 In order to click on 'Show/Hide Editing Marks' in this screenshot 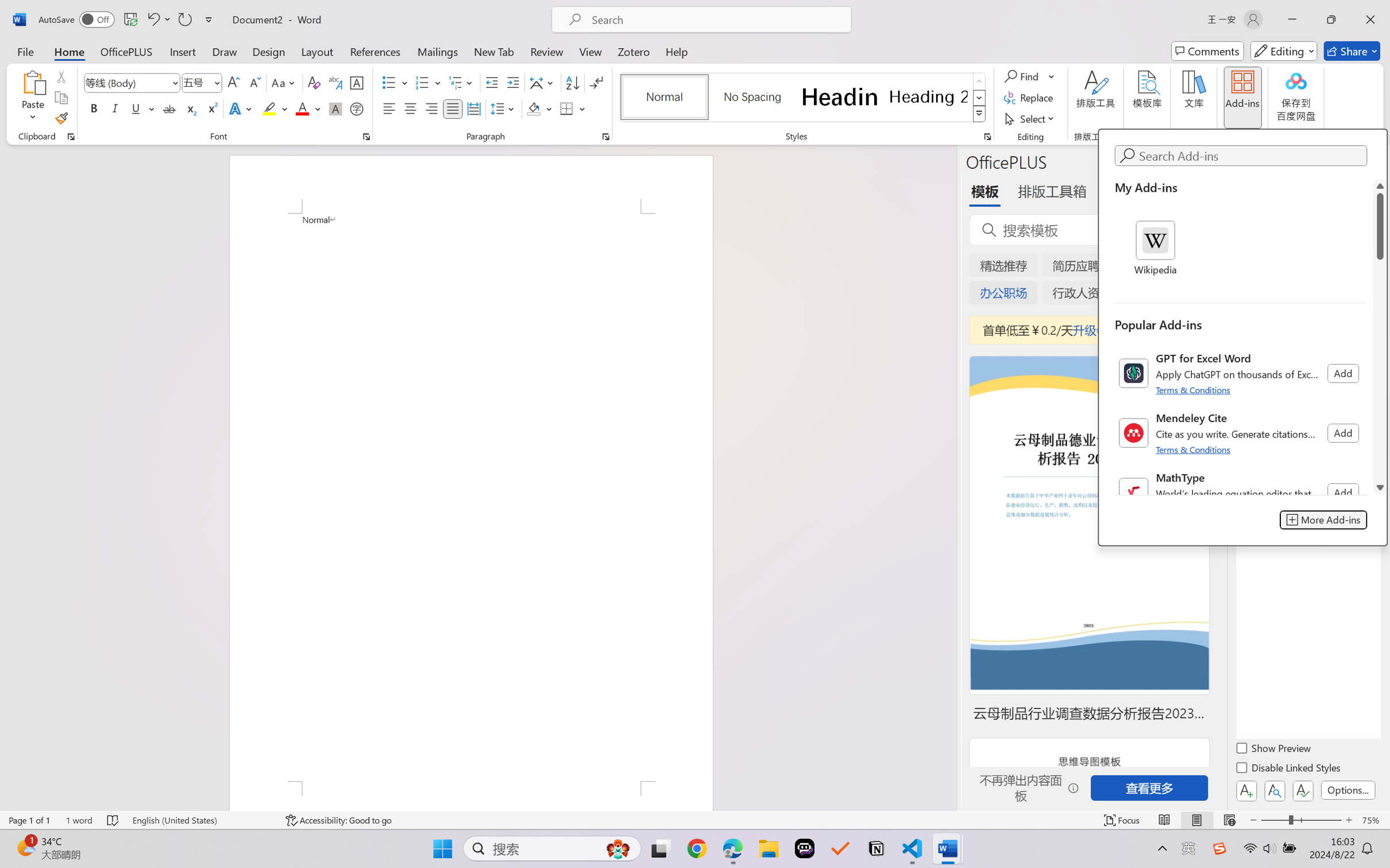, I will do `click(596, 83)`.